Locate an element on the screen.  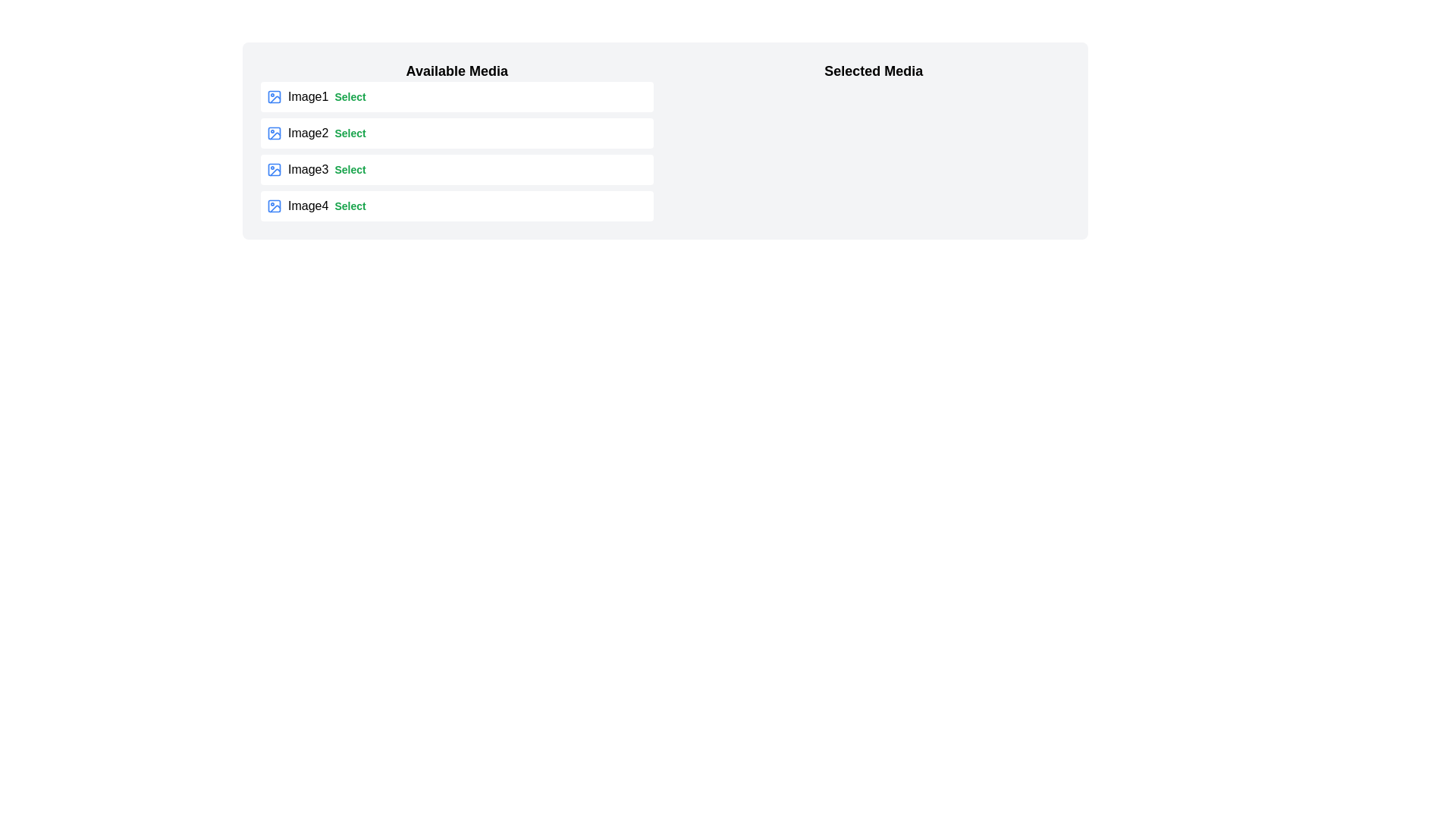
the light blue rounded square shape that serves as the background for the image icon in the 'Image2 Select' row under the 'Available Media' column is located at coordinates (274, 133).